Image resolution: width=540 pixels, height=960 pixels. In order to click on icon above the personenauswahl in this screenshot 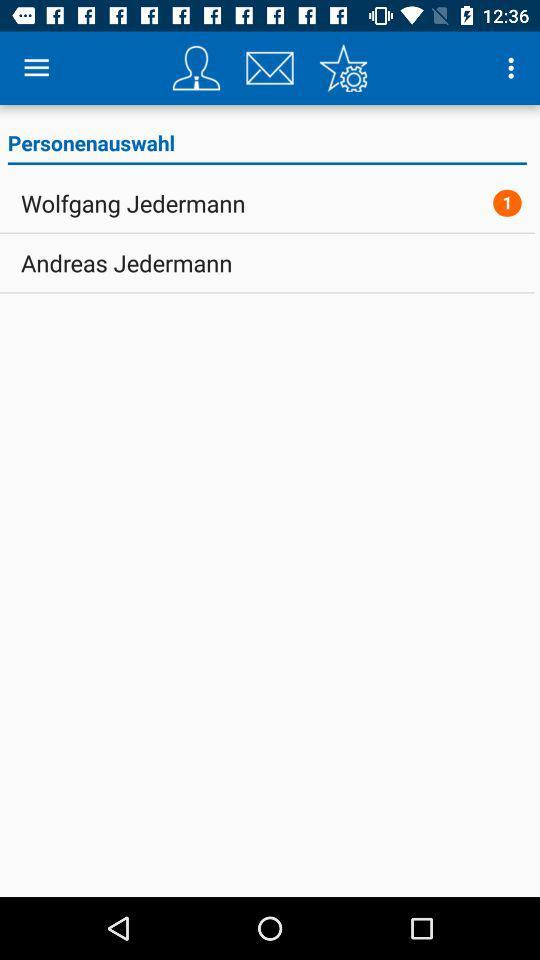, I will do `click(513, 68)`.